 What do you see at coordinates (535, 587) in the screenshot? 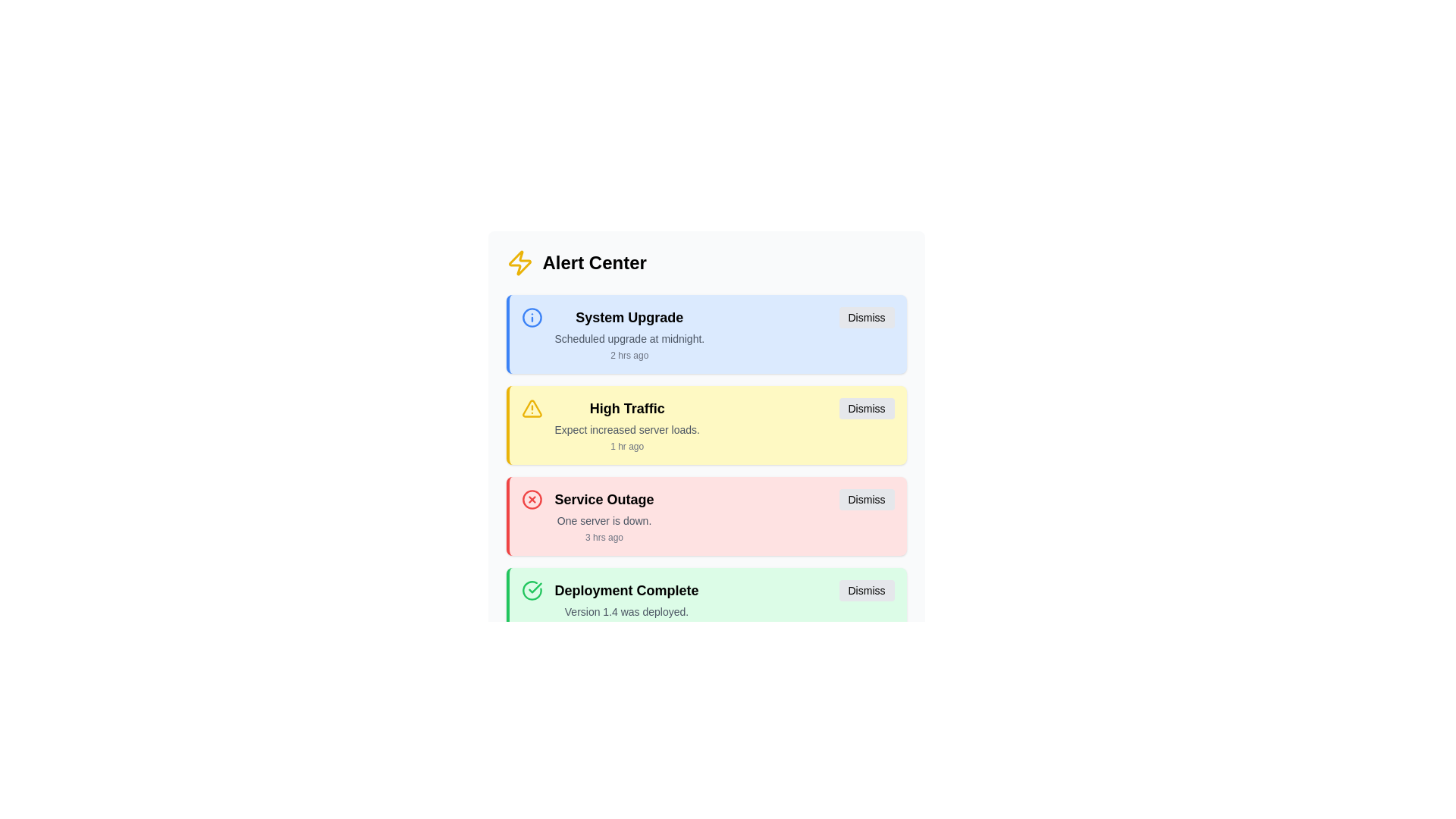
I see `the checkmark icon located adjacent` at bounding box center [535, 587].